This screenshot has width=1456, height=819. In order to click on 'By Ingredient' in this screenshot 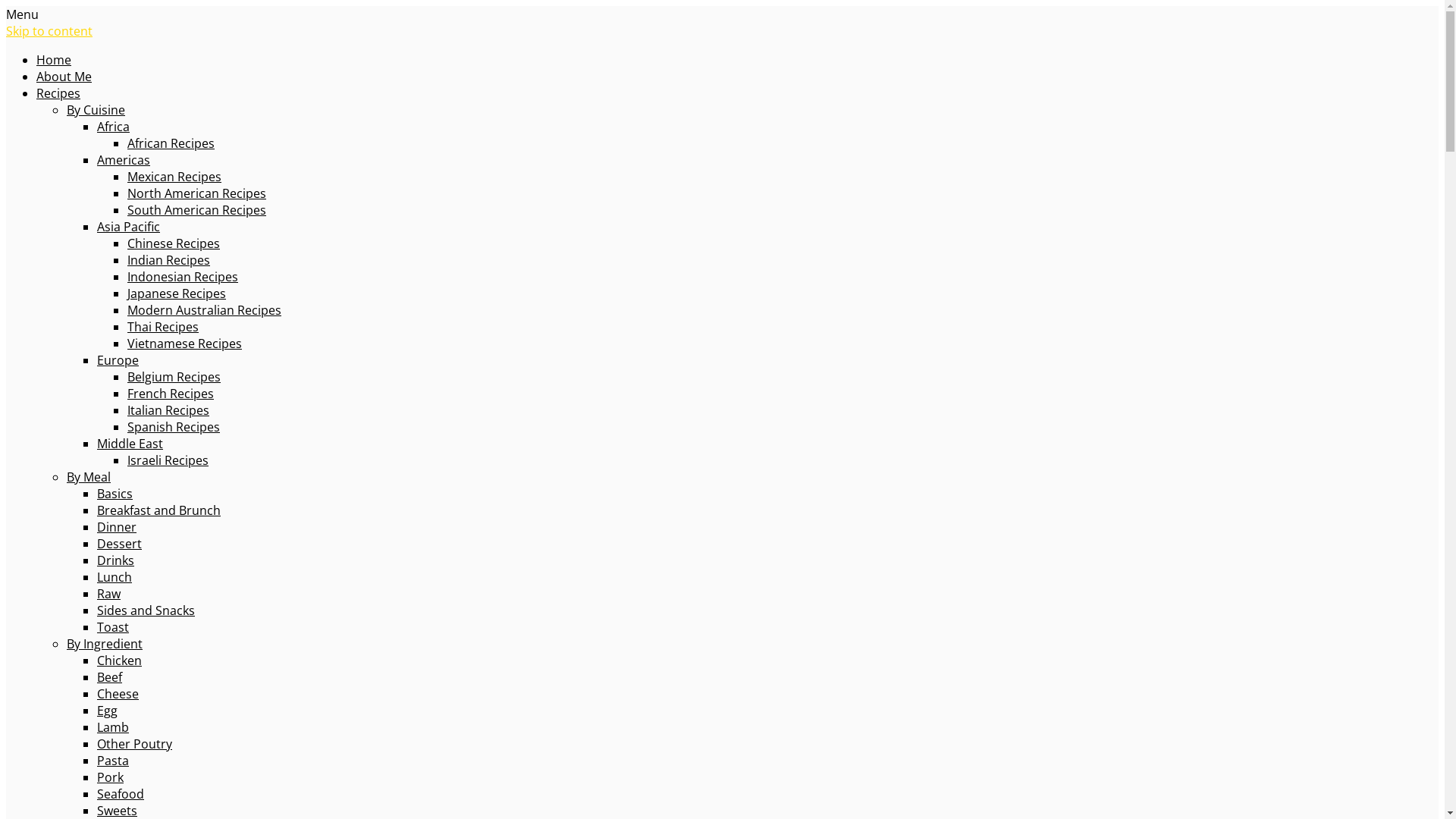, I will do `click(104, 643)`.